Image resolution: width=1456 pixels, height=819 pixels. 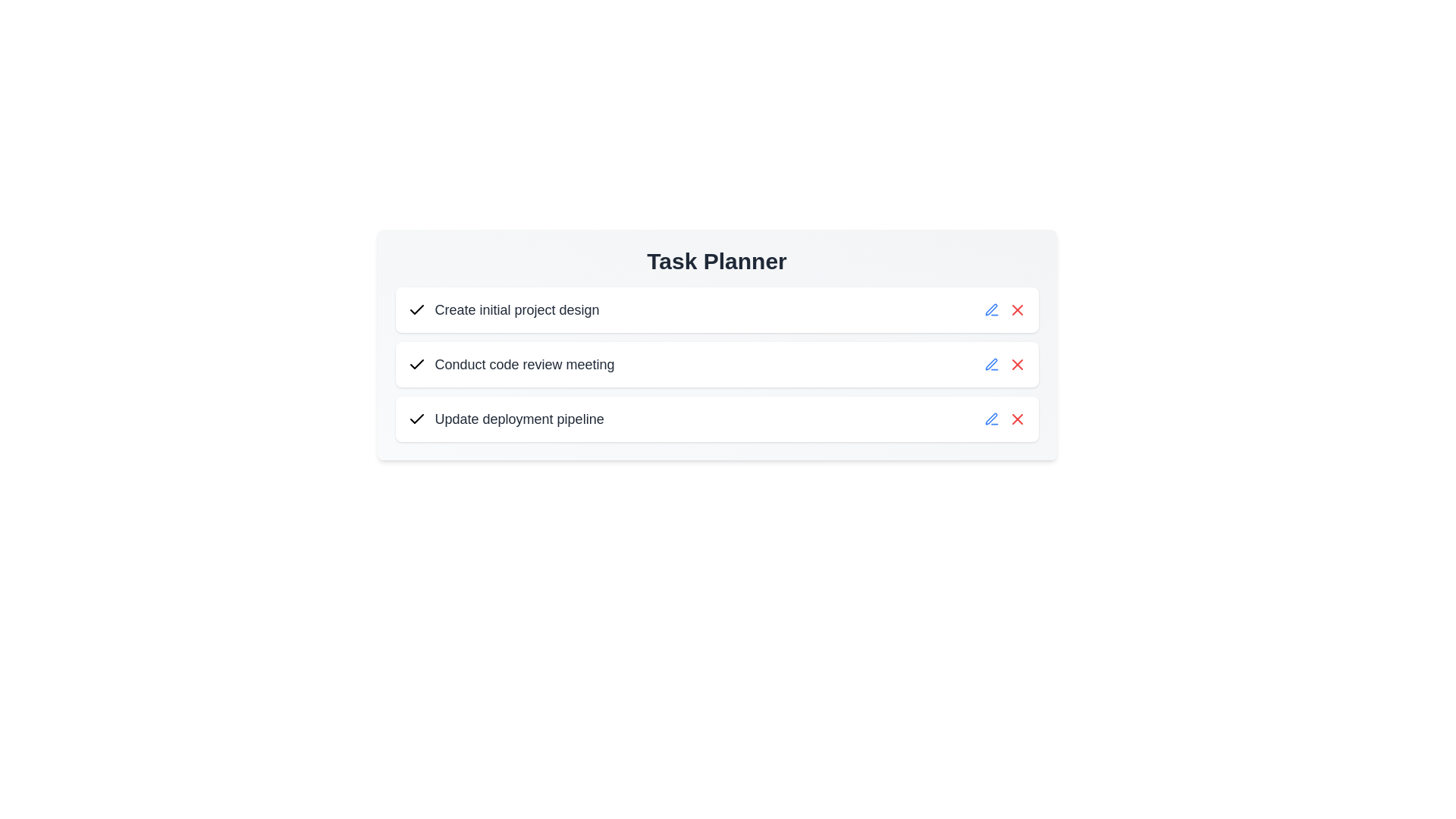 I want to click on the 'X' icon styled as an SVG image, which functions as a delete button for the task 'Create initial project design', so click(x=1017, y=309).